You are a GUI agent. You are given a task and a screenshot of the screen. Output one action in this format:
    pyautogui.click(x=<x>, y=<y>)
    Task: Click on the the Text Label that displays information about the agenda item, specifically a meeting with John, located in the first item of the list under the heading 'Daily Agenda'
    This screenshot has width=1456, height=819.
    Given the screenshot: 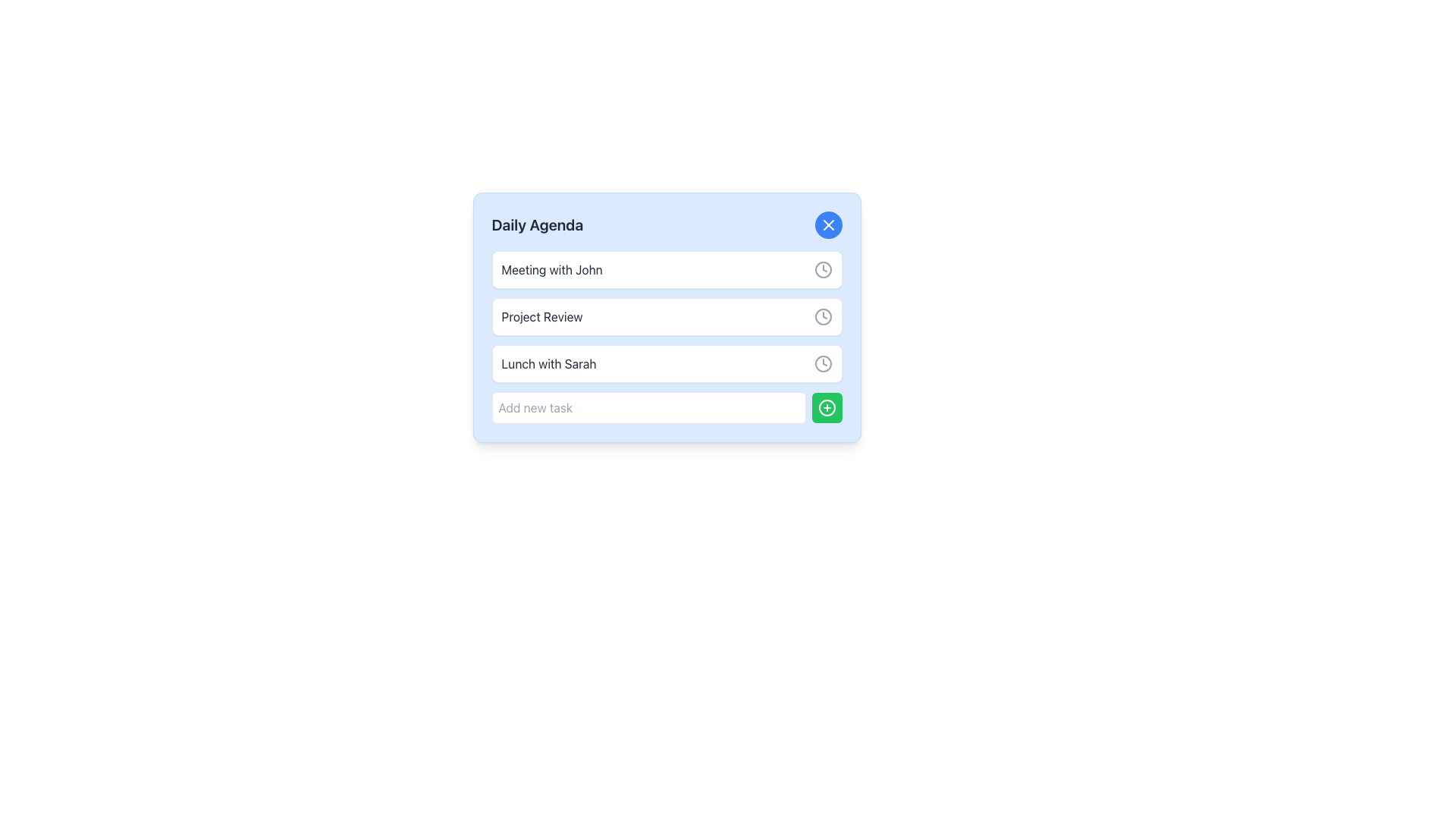 What is the action you would take?
    pyautogui.click(x=551, y=268)
    